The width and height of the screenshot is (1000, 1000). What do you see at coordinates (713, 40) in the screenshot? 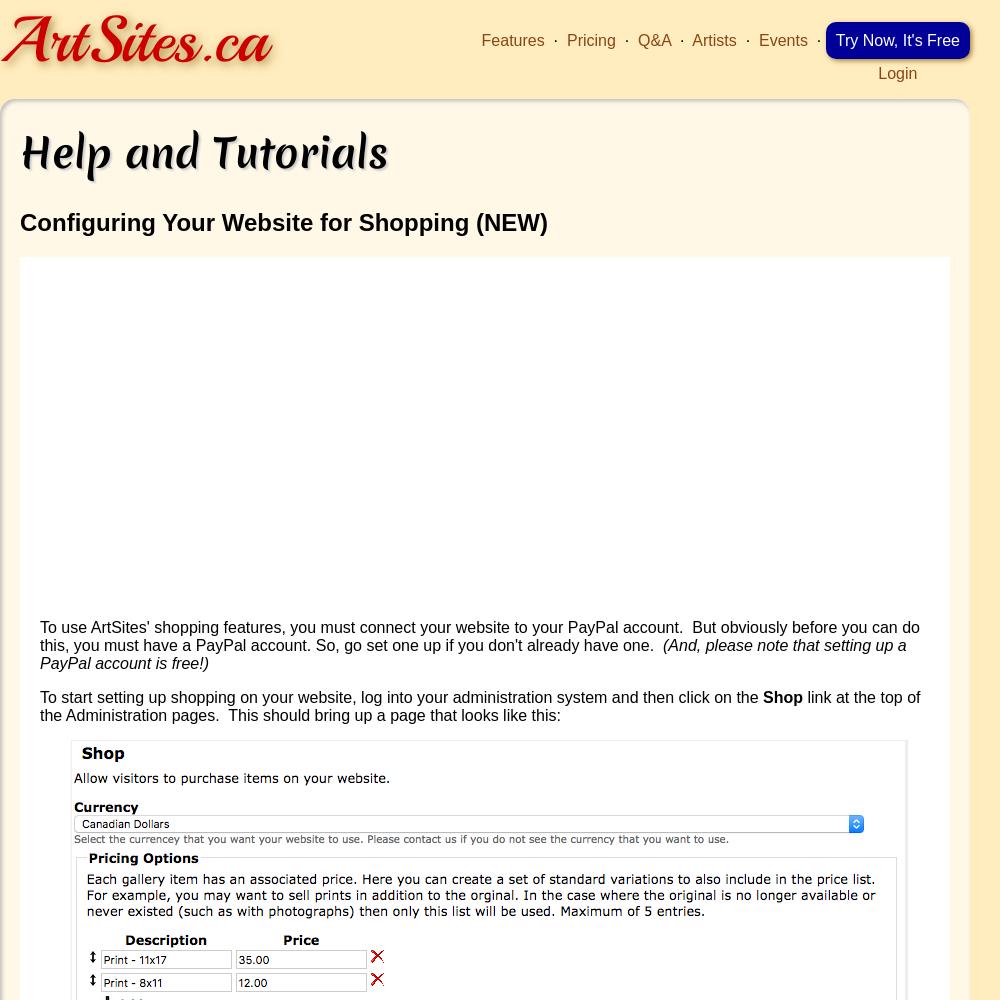
I see `'Artists'` at bounding box center [713, 40].